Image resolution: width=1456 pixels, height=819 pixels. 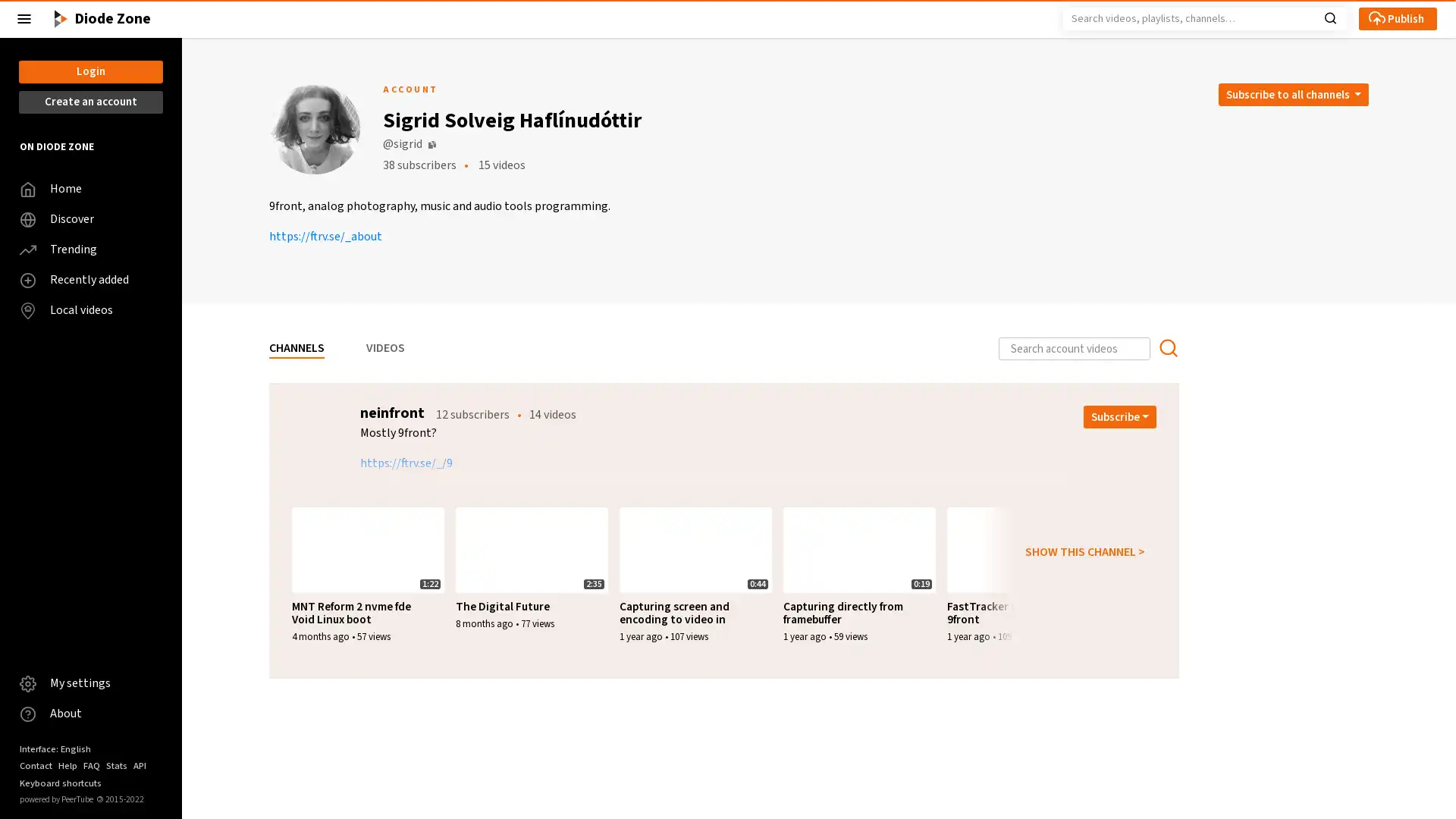 I want to click on Search, so click(x=1167, y=348).